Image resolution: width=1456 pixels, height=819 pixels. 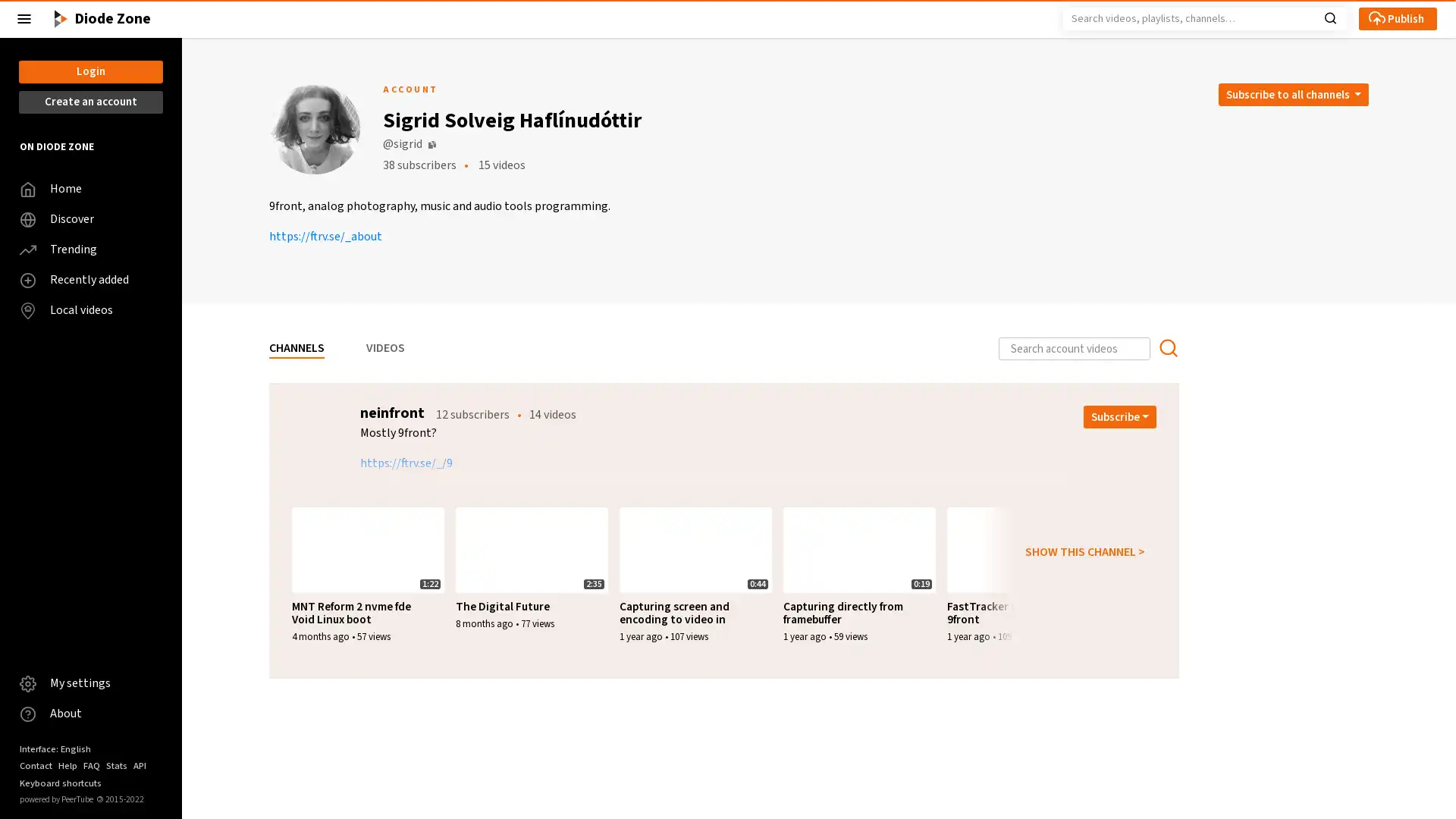 I want to click on Search, so click(x=1167, y=348).